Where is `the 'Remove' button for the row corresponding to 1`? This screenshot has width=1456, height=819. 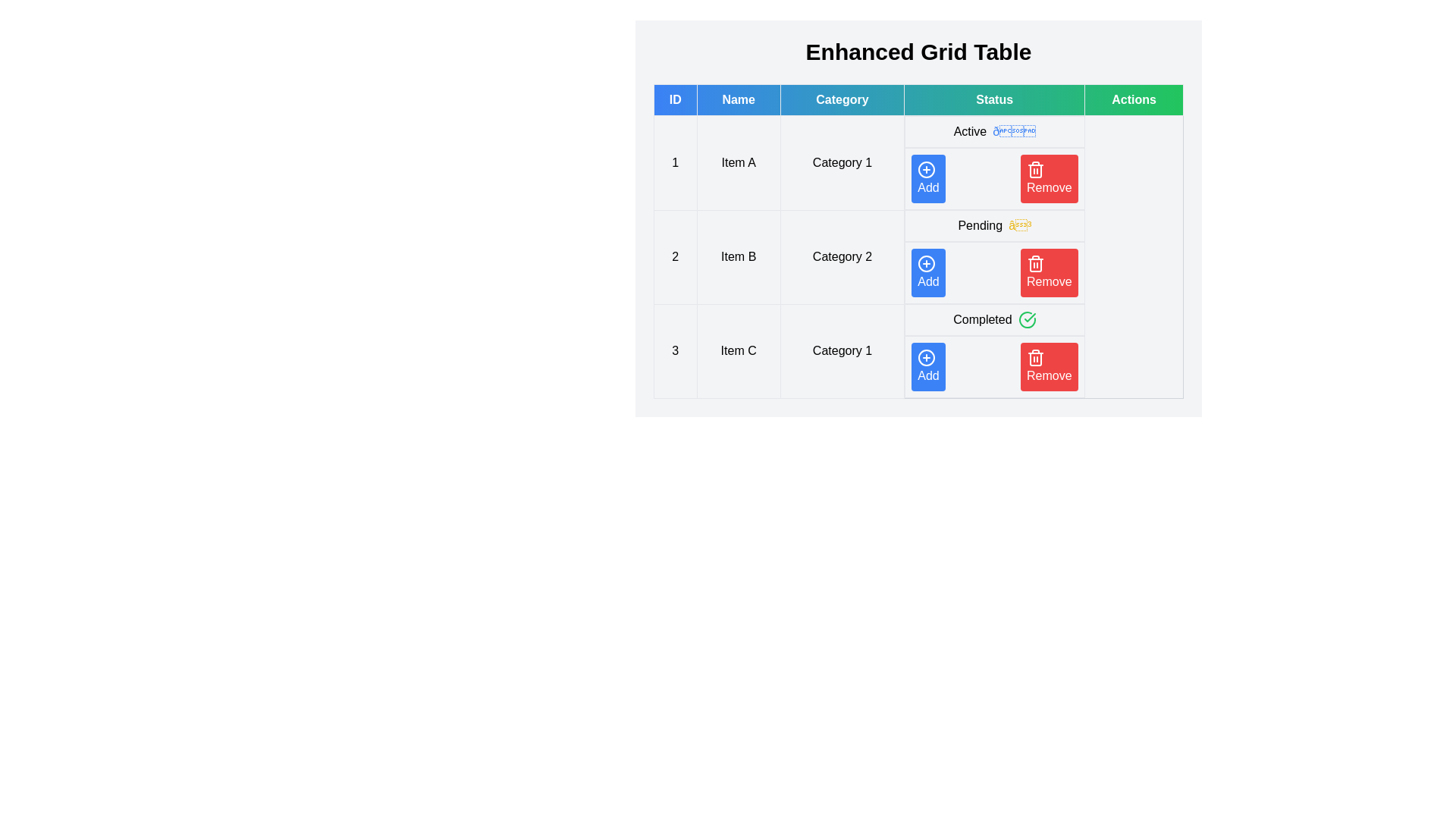
the 'Remove' button for the row corresponding to 1 is located at coordinates (1048, 177).